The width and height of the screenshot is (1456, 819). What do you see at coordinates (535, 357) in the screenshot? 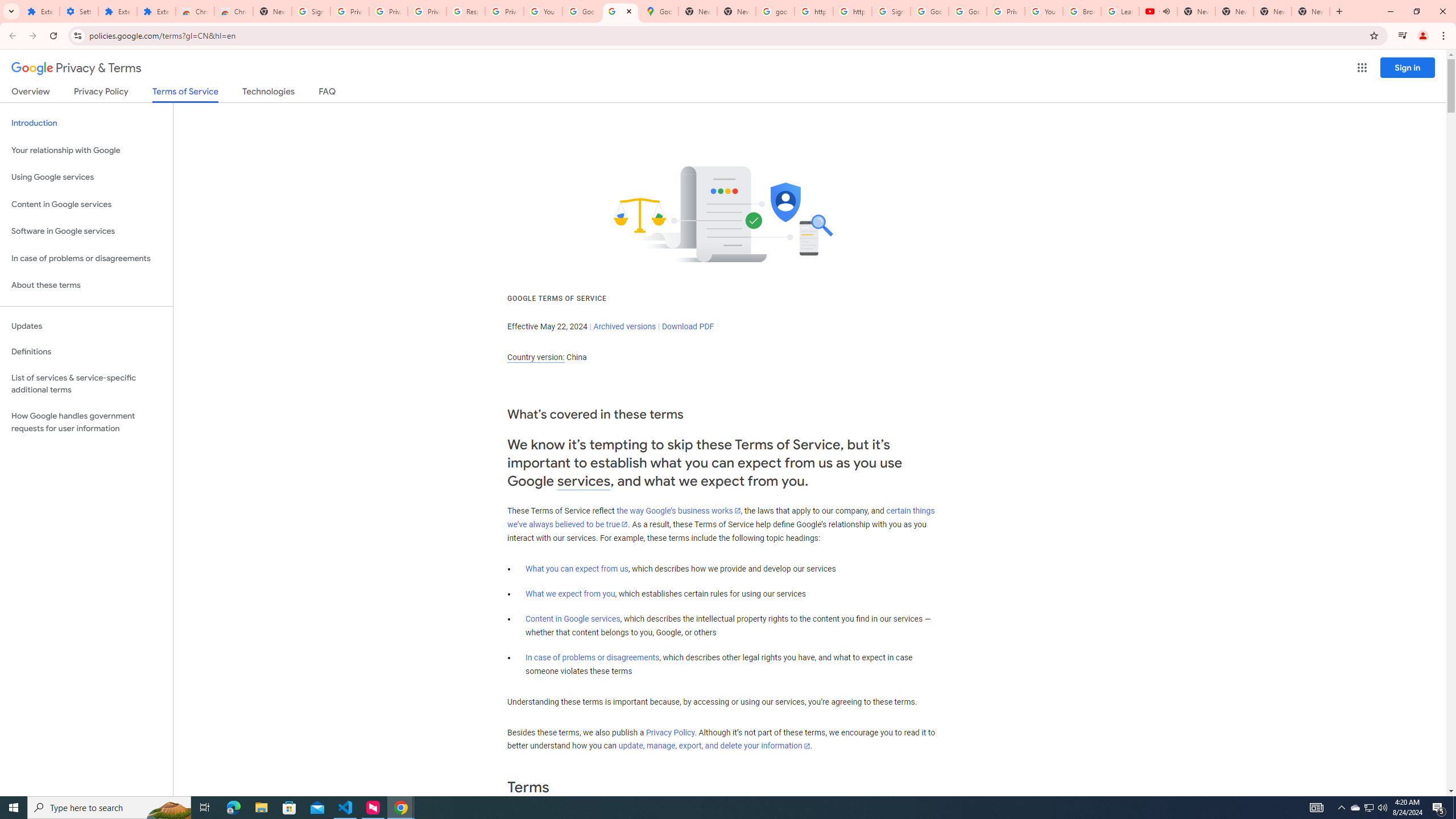
I see `'Country version:'` at bounding box center [535, 357].